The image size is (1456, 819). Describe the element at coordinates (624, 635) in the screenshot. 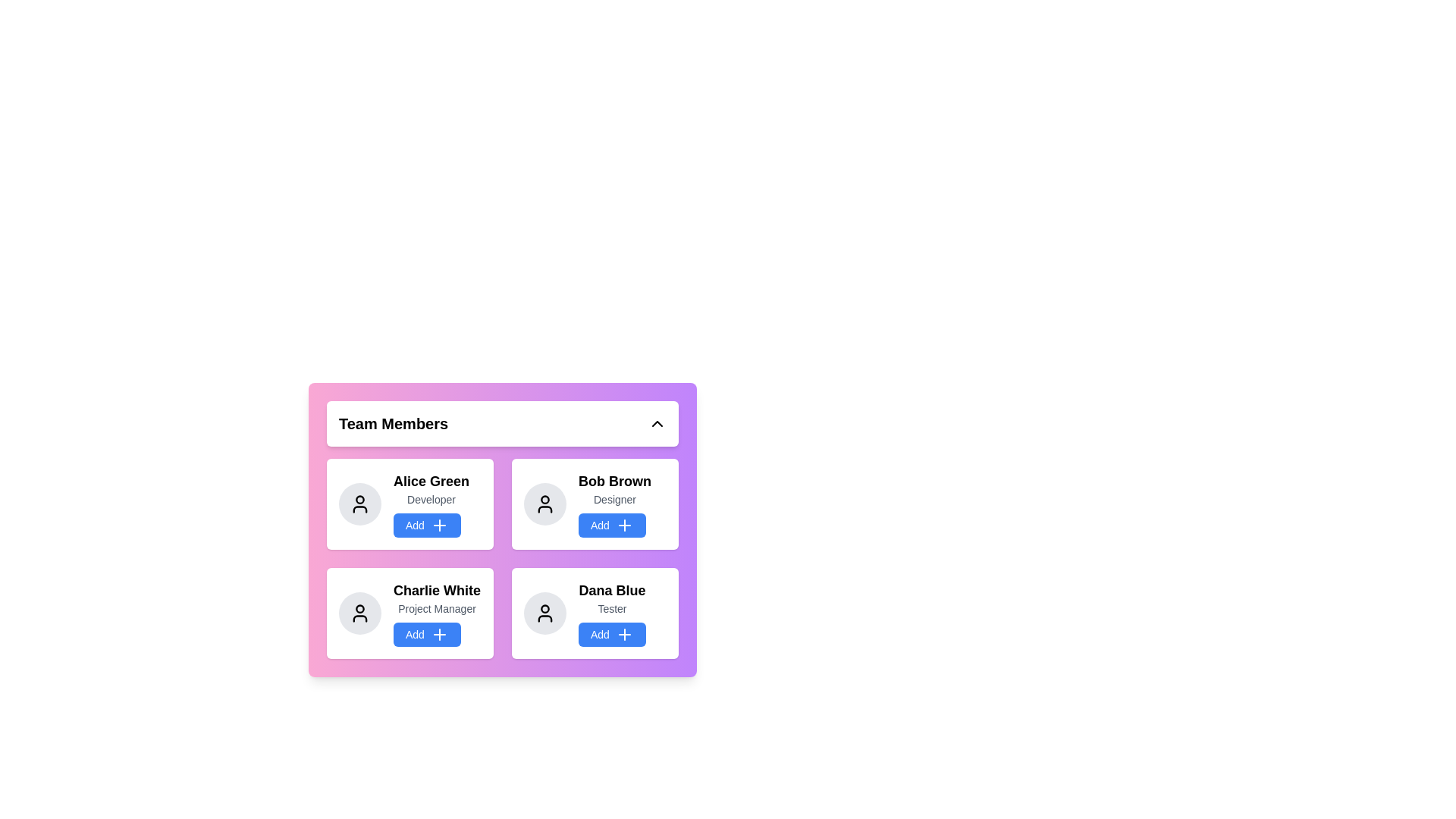

I see `the plus icon located at the bottom-right corner of the card for 'Dana Blue'` at that location.